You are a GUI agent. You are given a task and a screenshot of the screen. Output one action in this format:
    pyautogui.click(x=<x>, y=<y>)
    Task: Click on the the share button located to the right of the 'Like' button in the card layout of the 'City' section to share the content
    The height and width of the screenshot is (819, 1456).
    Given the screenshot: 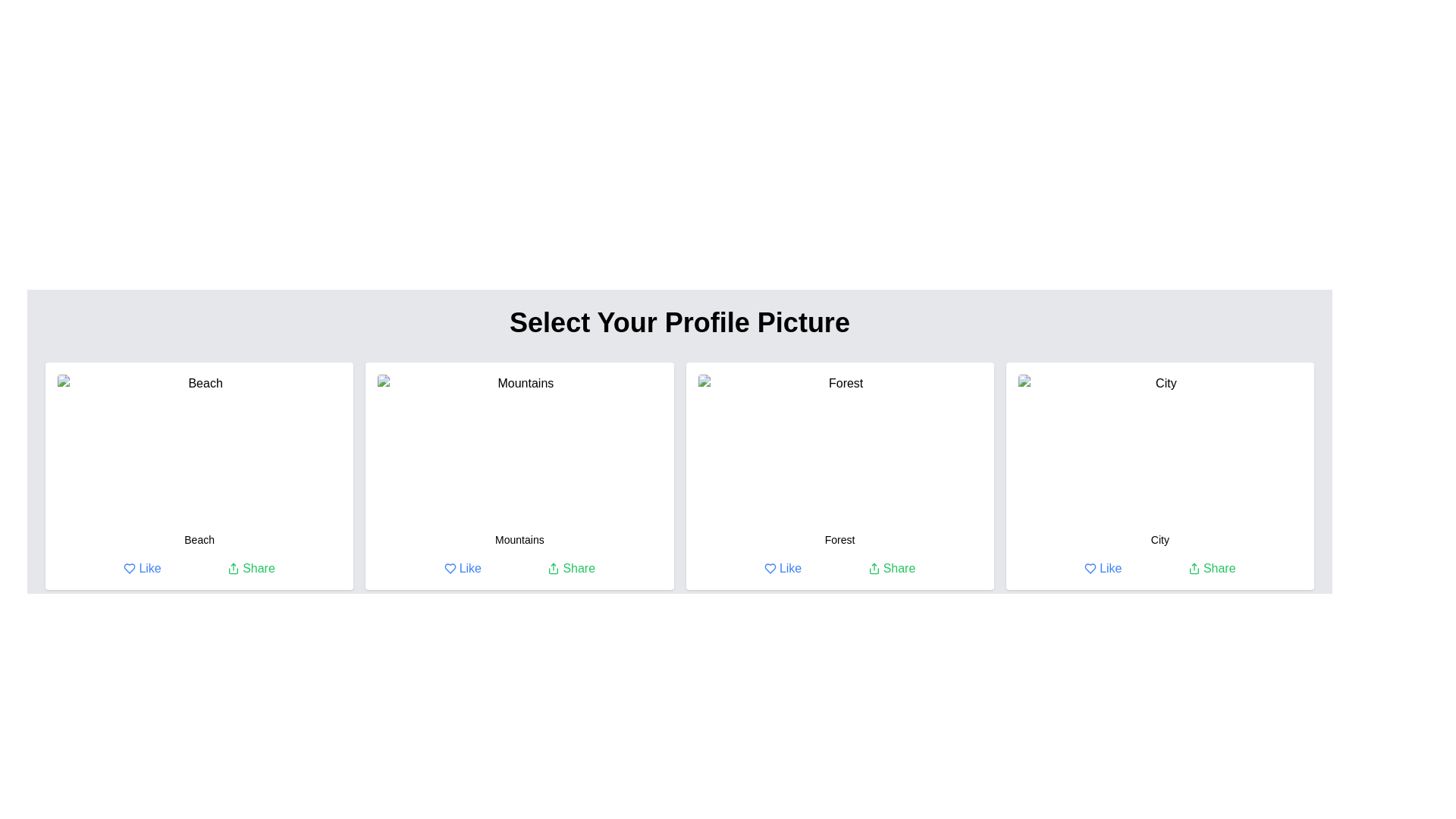 What is the action you would take?
    pyautogui.click(x=1211, y=568)
    